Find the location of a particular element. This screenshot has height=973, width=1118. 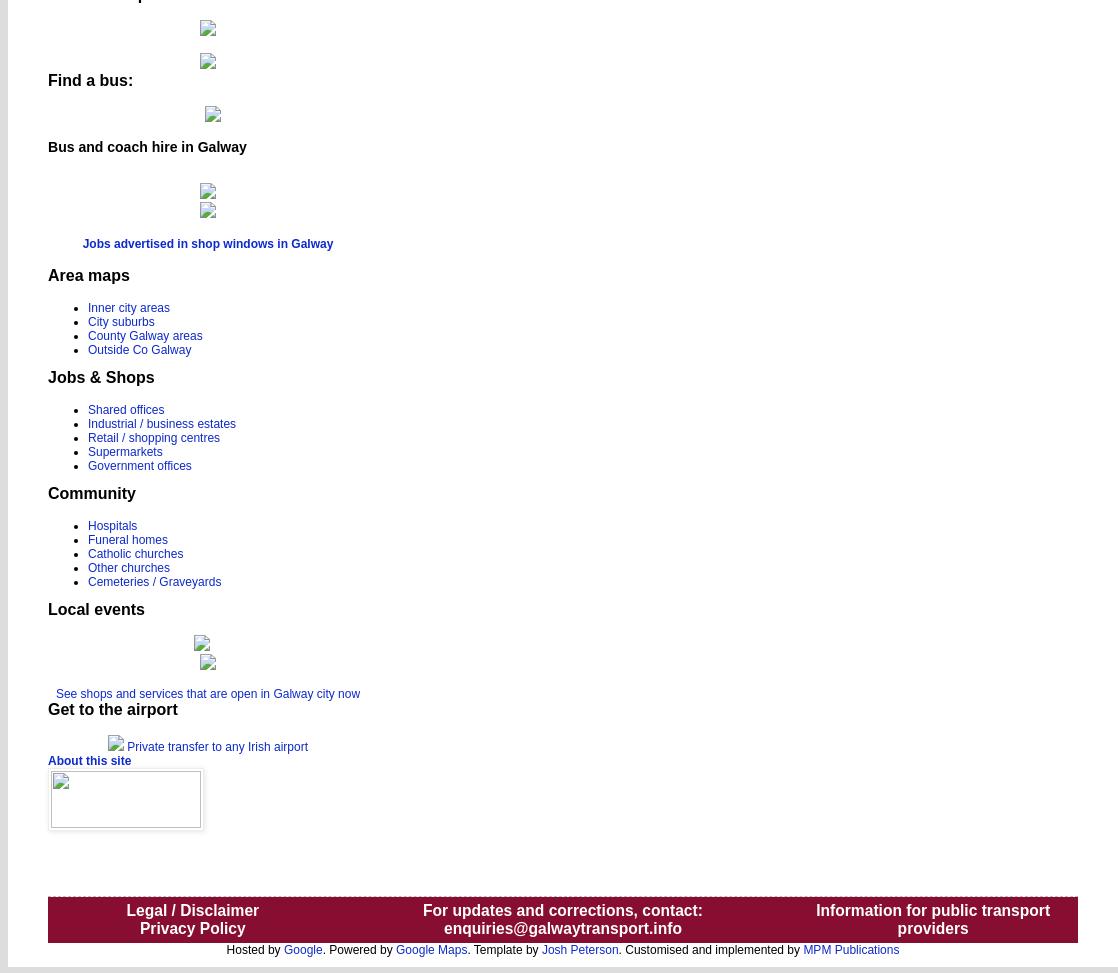

'Hospitals' is located at coordinates (112, 524).